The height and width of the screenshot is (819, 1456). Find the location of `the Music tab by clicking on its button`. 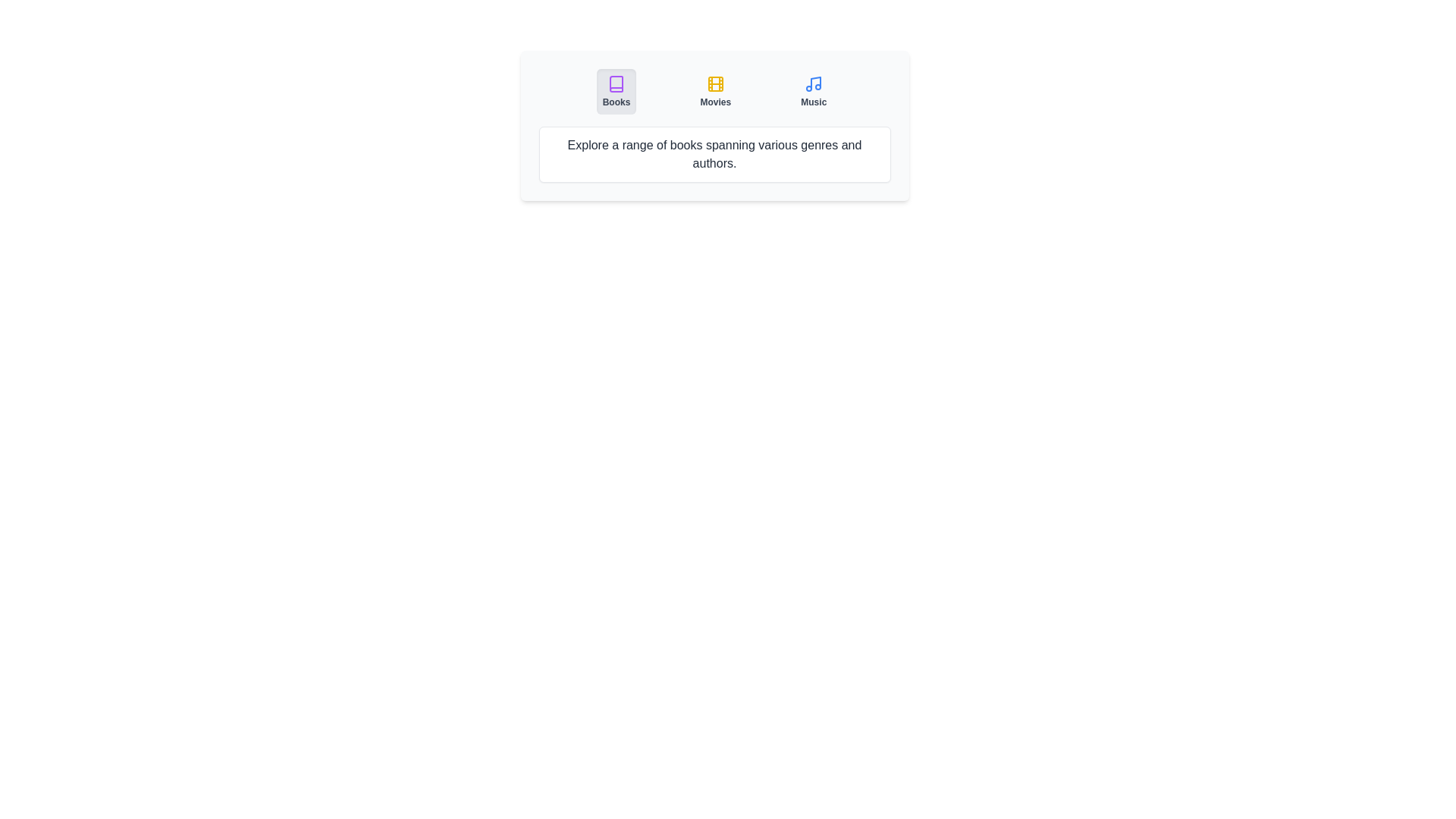

the Music tab by clicking on its button is located at coordinates (813, 91).